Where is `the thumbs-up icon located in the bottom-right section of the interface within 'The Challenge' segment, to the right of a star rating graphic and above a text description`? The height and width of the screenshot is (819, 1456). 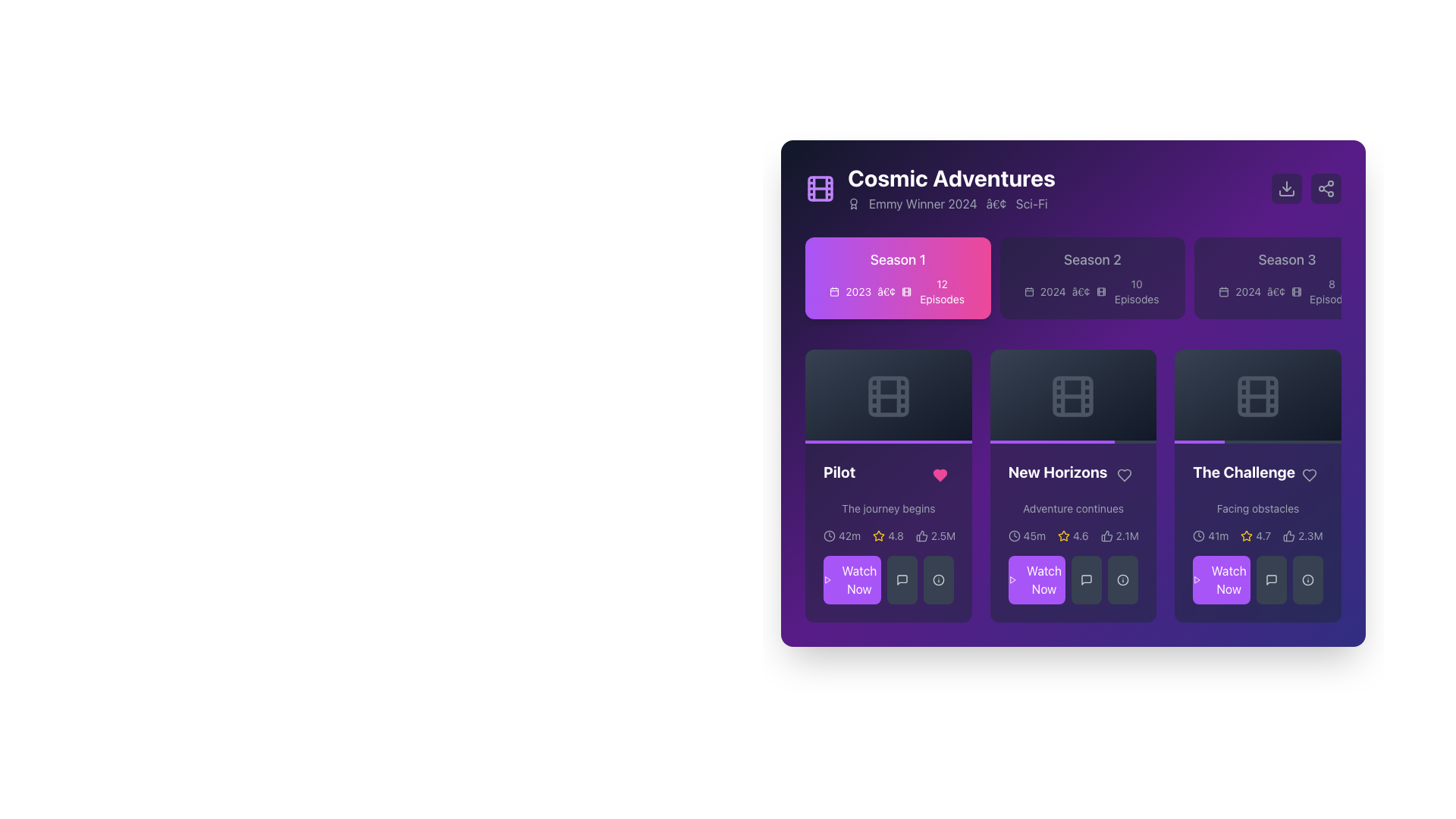 the thumbs-up icon located in the bottom-right section of the interface within 'The Challenge' segment, to the right of a star rating graphic and above a text description is located at coordinates (1288, 535).